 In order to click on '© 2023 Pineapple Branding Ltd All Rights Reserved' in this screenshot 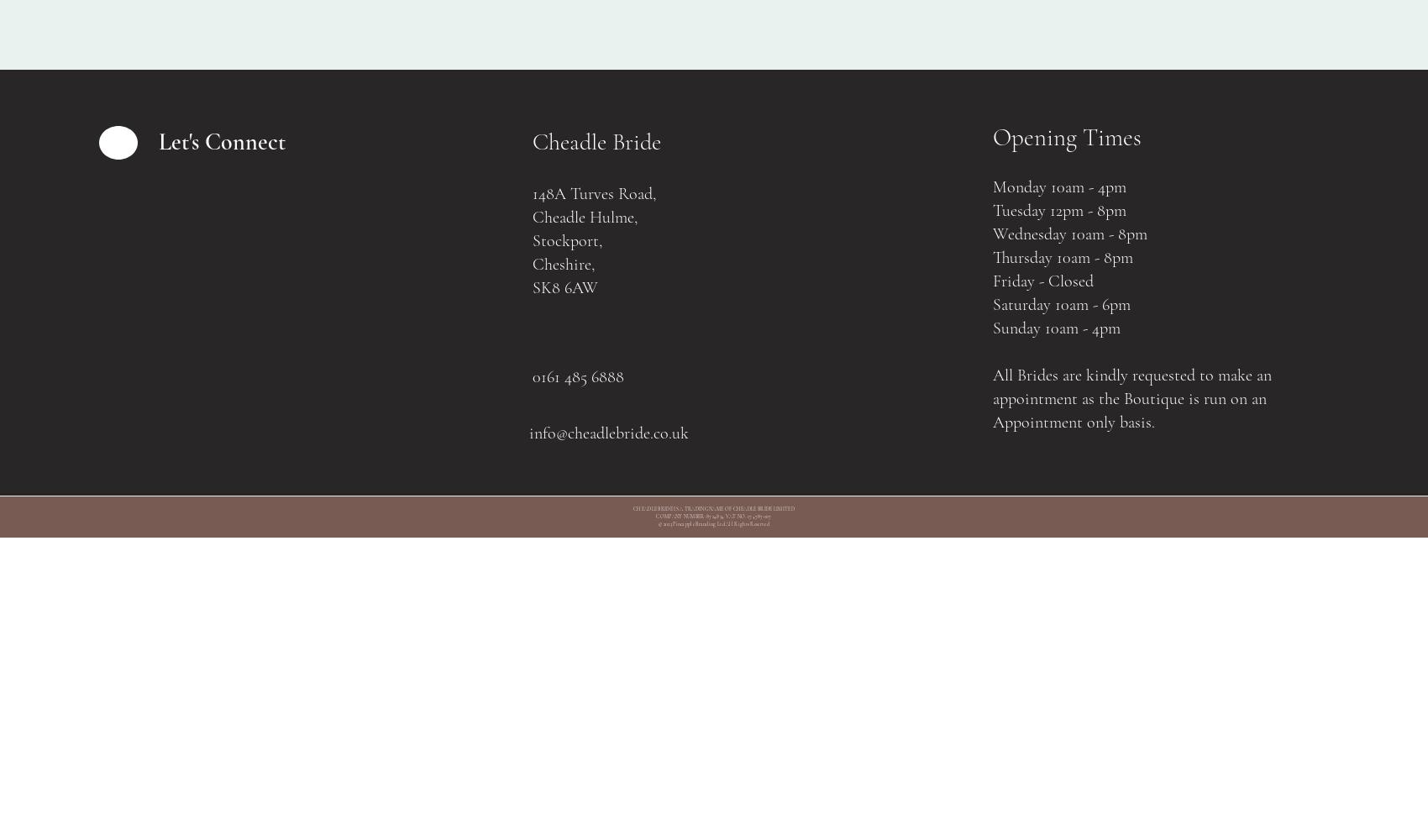, I will do `click(712, 523)`.